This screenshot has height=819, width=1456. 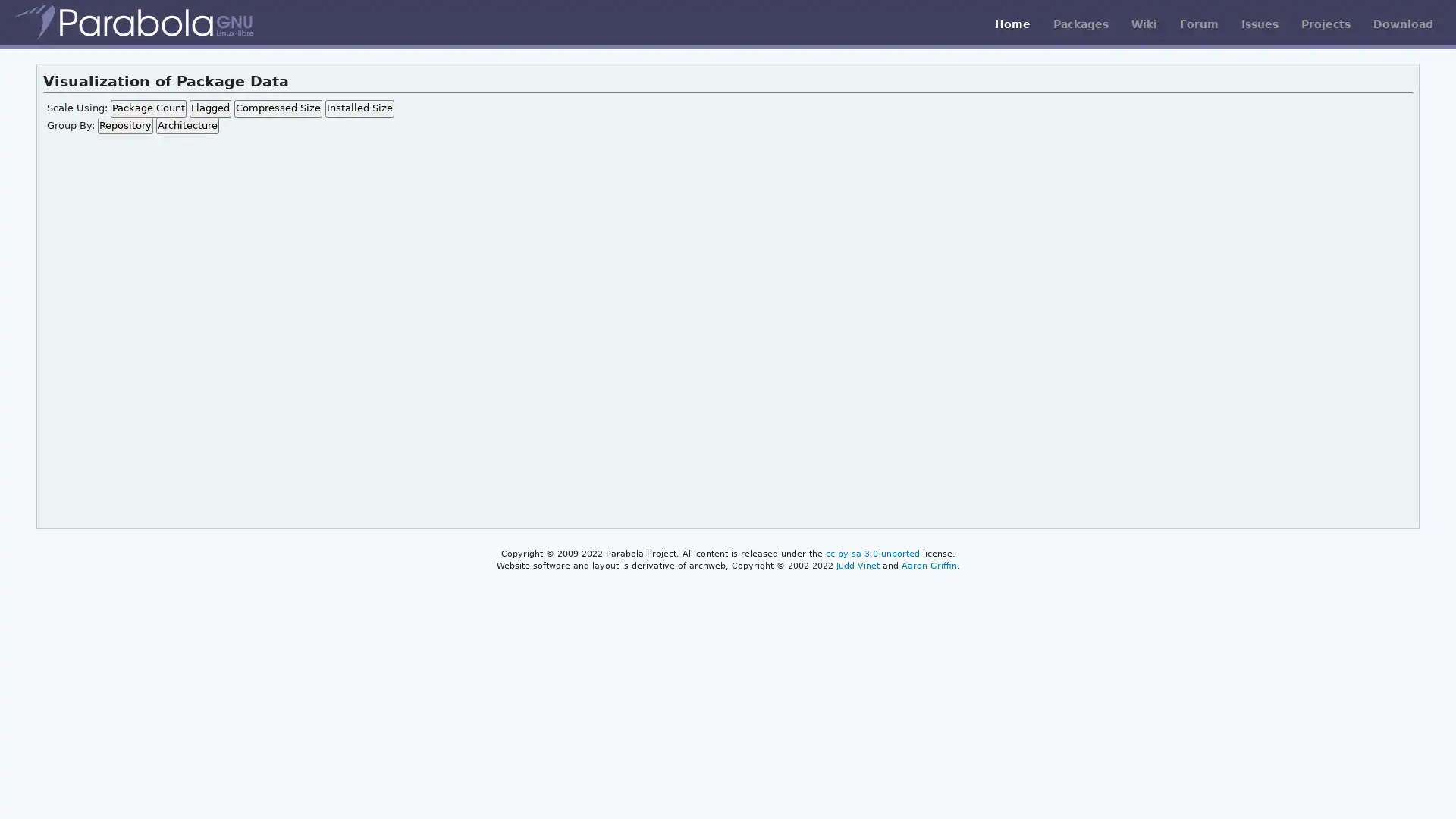 What do you see at coordinates (209, 107) in the screenshot?
I see `Flagged` at bounding box center [209, 107].